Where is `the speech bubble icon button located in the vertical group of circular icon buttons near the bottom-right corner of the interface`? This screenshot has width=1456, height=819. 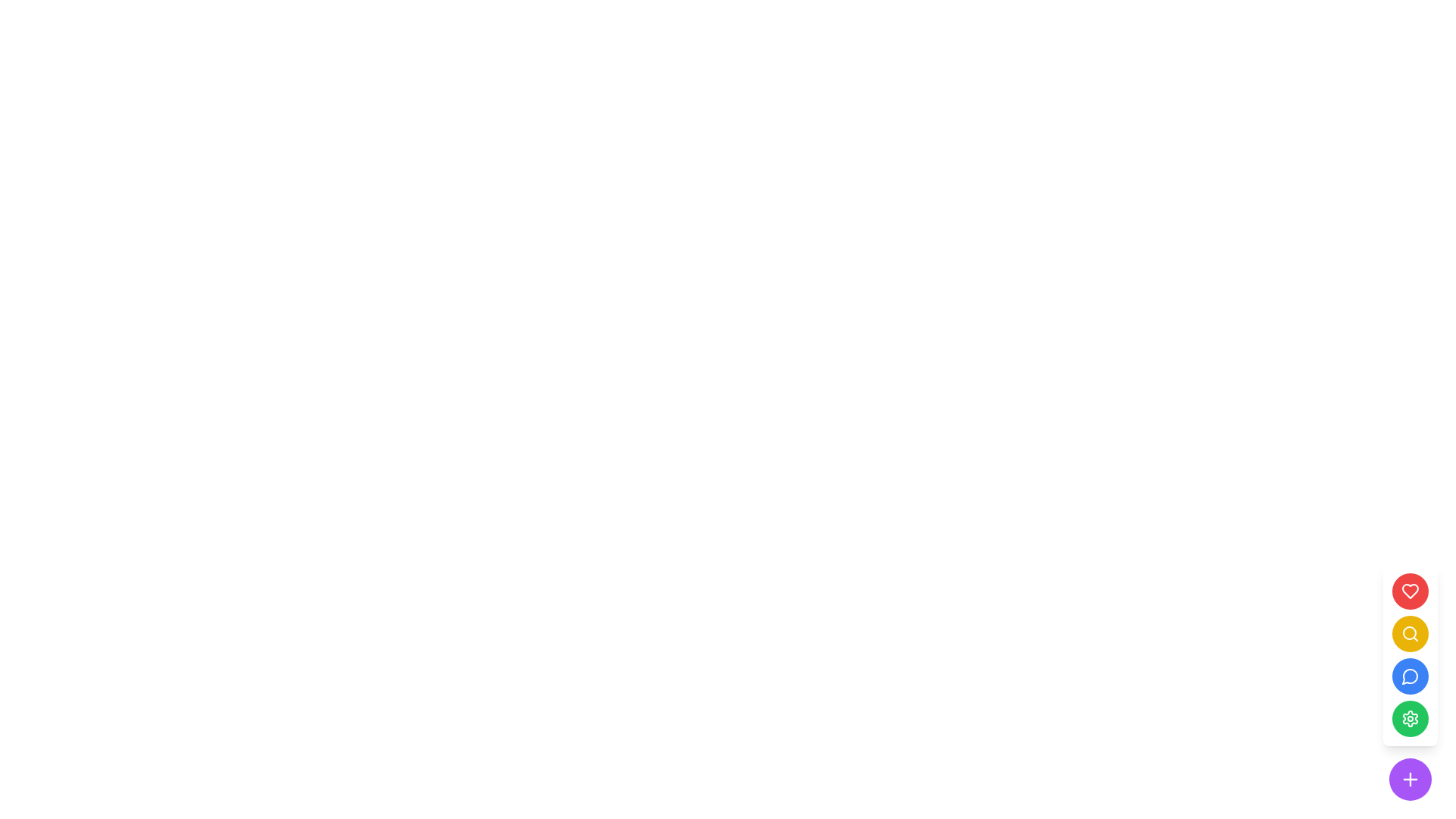 the speech bubble icon button located in the vertical group of circular icon buttons near the bottom-right corner of the interface is located at coordinates (1409, 676).